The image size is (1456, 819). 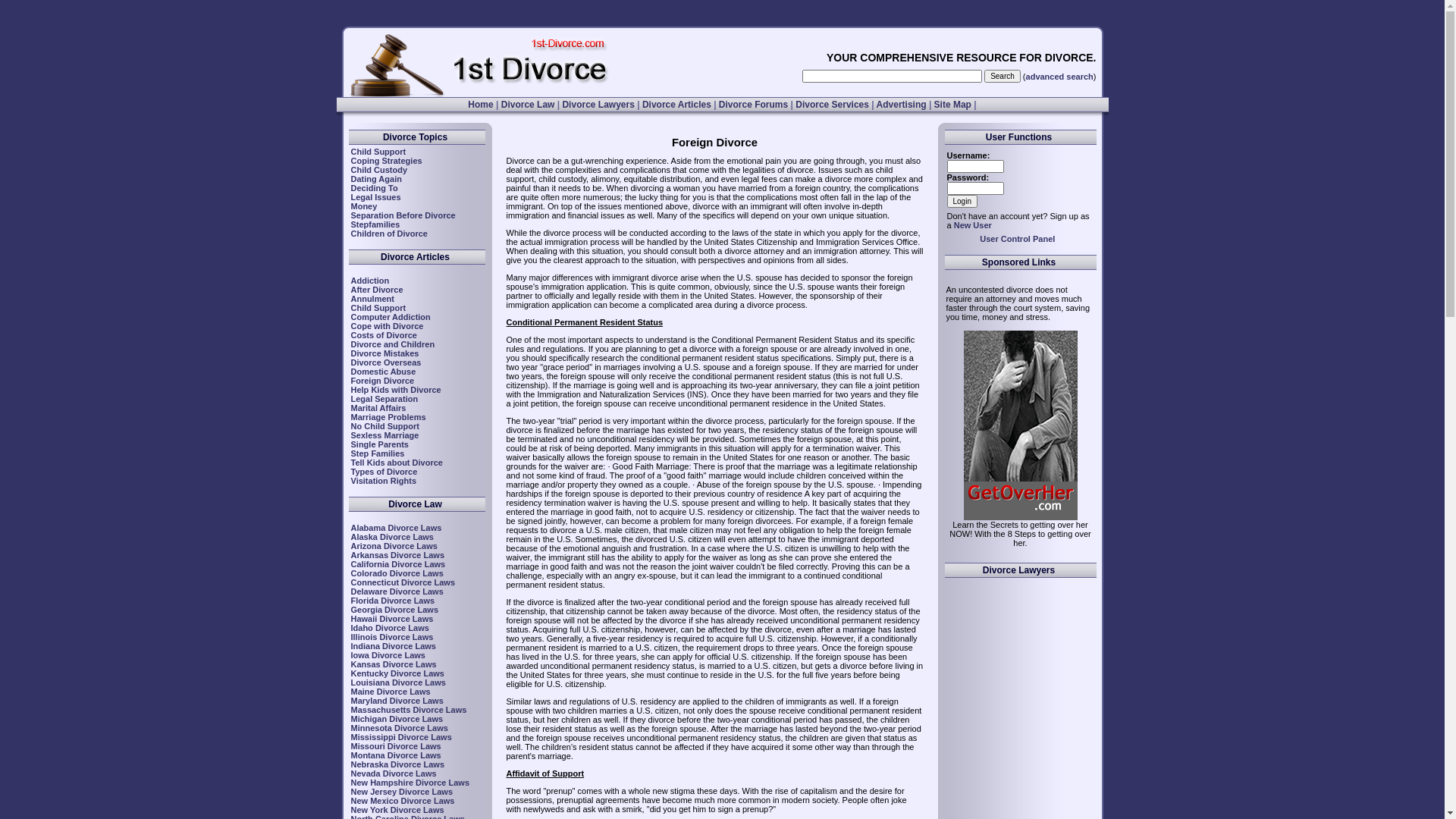 I want to click on 'Divorce and Children', so click(x=349, y=344).